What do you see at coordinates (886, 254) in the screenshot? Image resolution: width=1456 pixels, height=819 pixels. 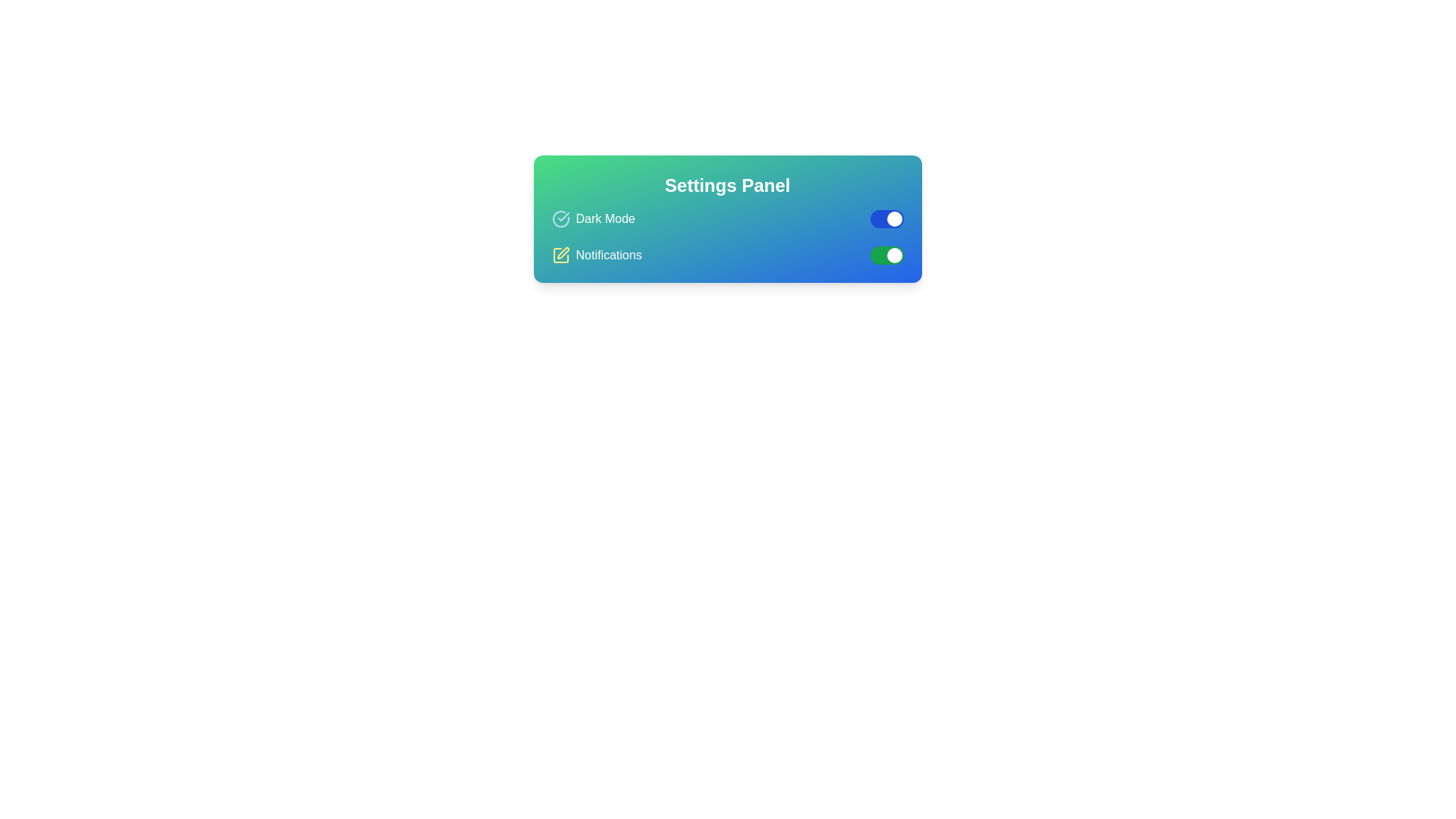 I see `switch` at bounding box center [886, 254].